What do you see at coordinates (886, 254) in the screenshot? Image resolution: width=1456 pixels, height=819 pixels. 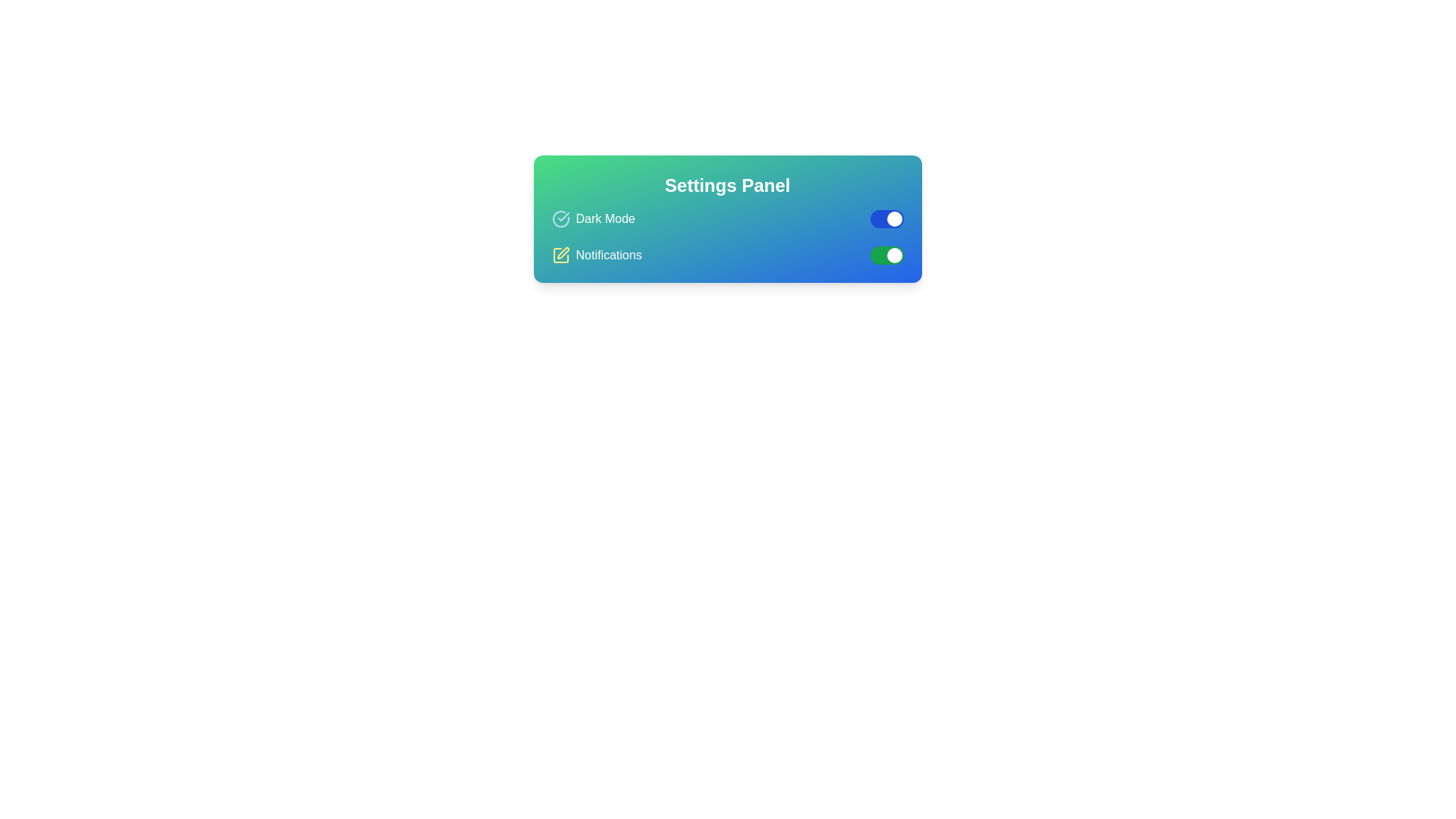 I see `switch` at bounding box center [886, 254].